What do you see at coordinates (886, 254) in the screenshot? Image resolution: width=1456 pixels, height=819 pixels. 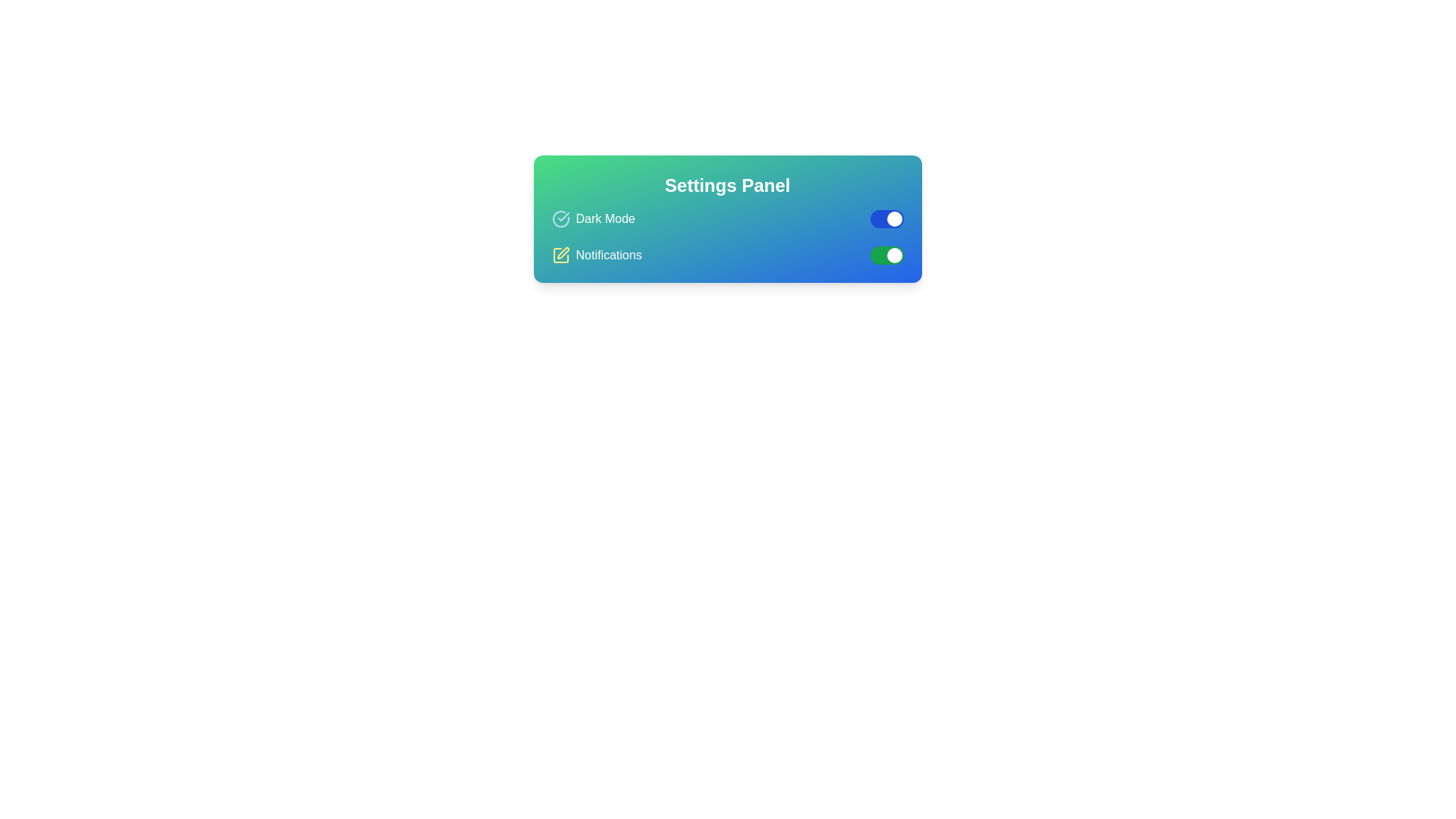 I see `switch` at bounding box center [886, 254].